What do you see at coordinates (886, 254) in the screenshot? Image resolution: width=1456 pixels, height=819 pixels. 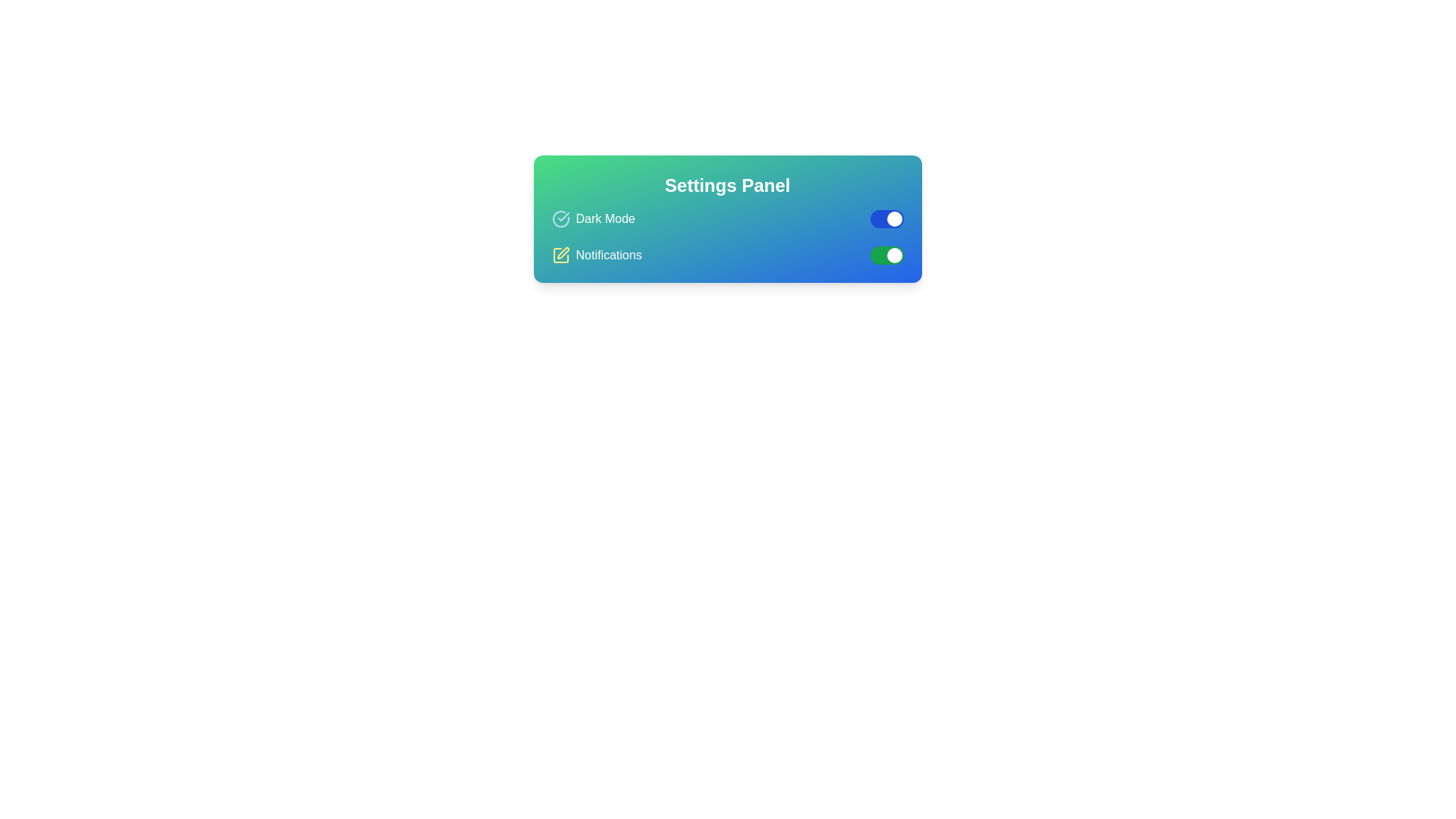 I see `switch` at bounding box center [886, 254].